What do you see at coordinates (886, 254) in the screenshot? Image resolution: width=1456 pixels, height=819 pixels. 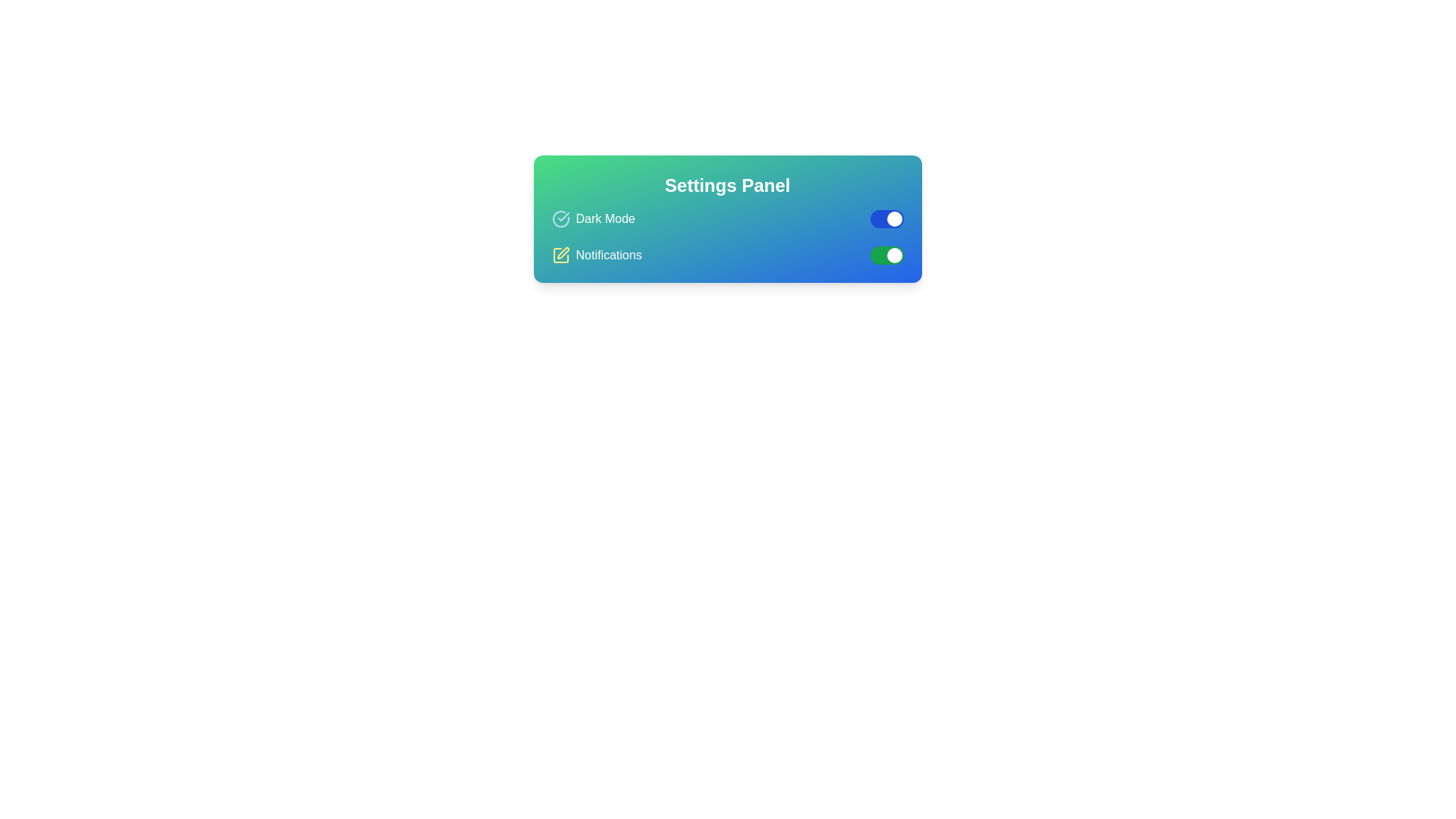 I see `switch` at bounding box center [886, 254].